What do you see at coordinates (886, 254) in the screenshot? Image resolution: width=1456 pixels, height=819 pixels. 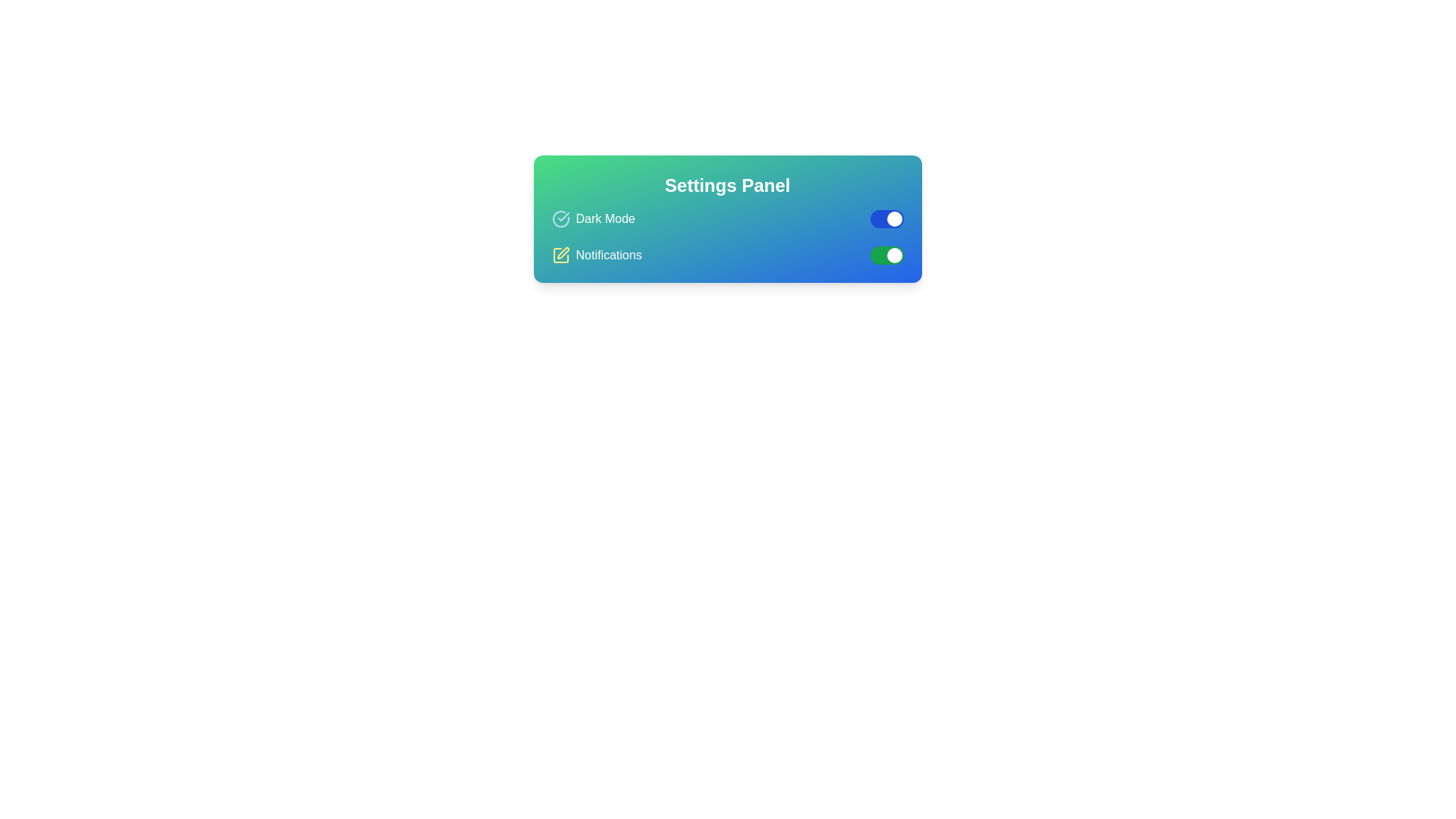 I see `switch` at bounding box center [886, 254].